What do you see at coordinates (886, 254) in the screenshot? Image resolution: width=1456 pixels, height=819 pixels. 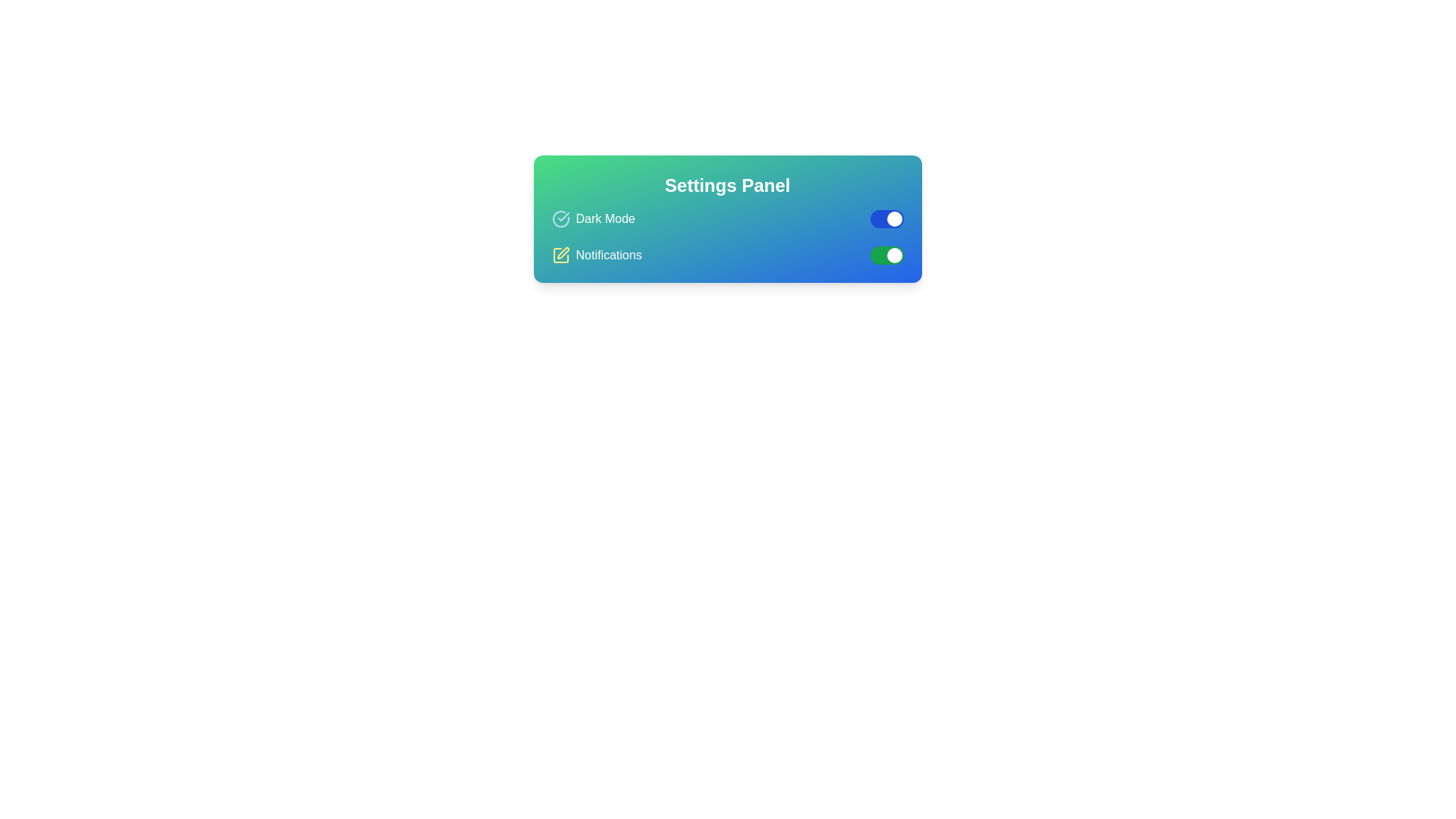 I see `switch` at bounding box center [886, 254].